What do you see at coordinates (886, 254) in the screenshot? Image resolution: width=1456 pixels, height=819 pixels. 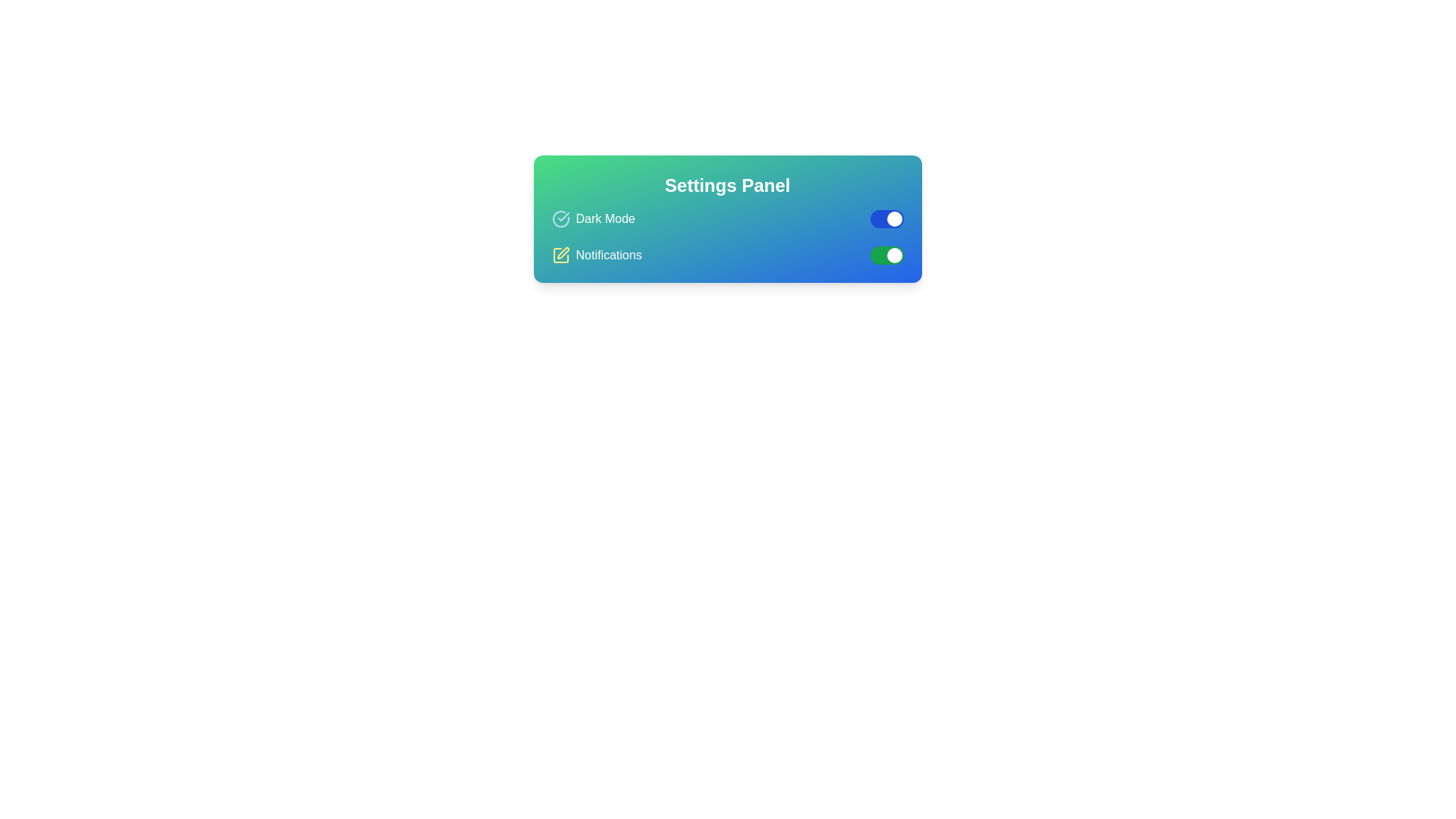 I see `switch` at bounding box center [886, 254].